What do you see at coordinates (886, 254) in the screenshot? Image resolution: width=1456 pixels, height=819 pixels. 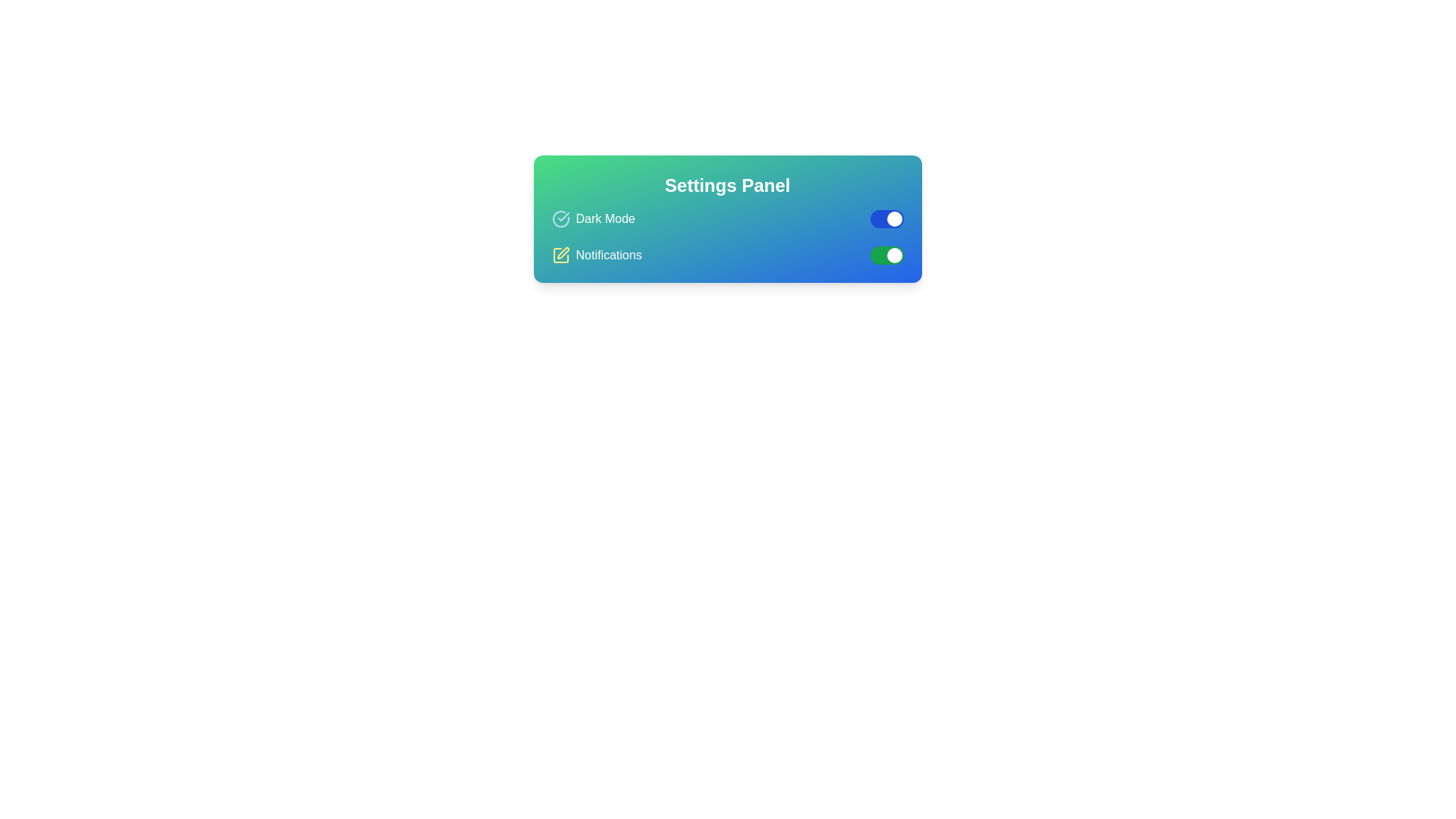 I see `switch` at bounding box center [886, 254].